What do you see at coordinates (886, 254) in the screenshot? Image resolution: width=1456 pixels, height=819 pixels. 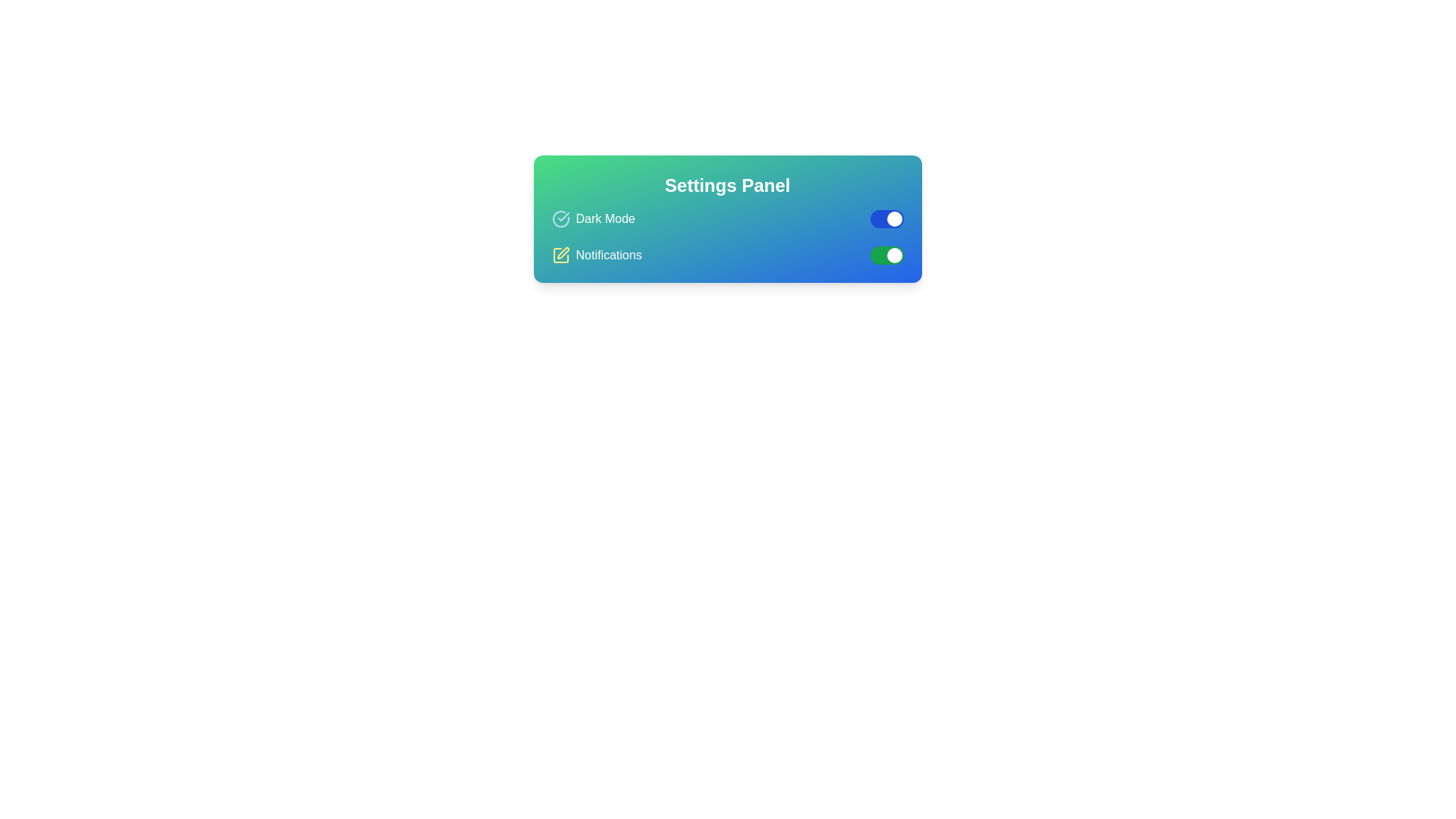 I see `switch` at bounding box center [886, 254].